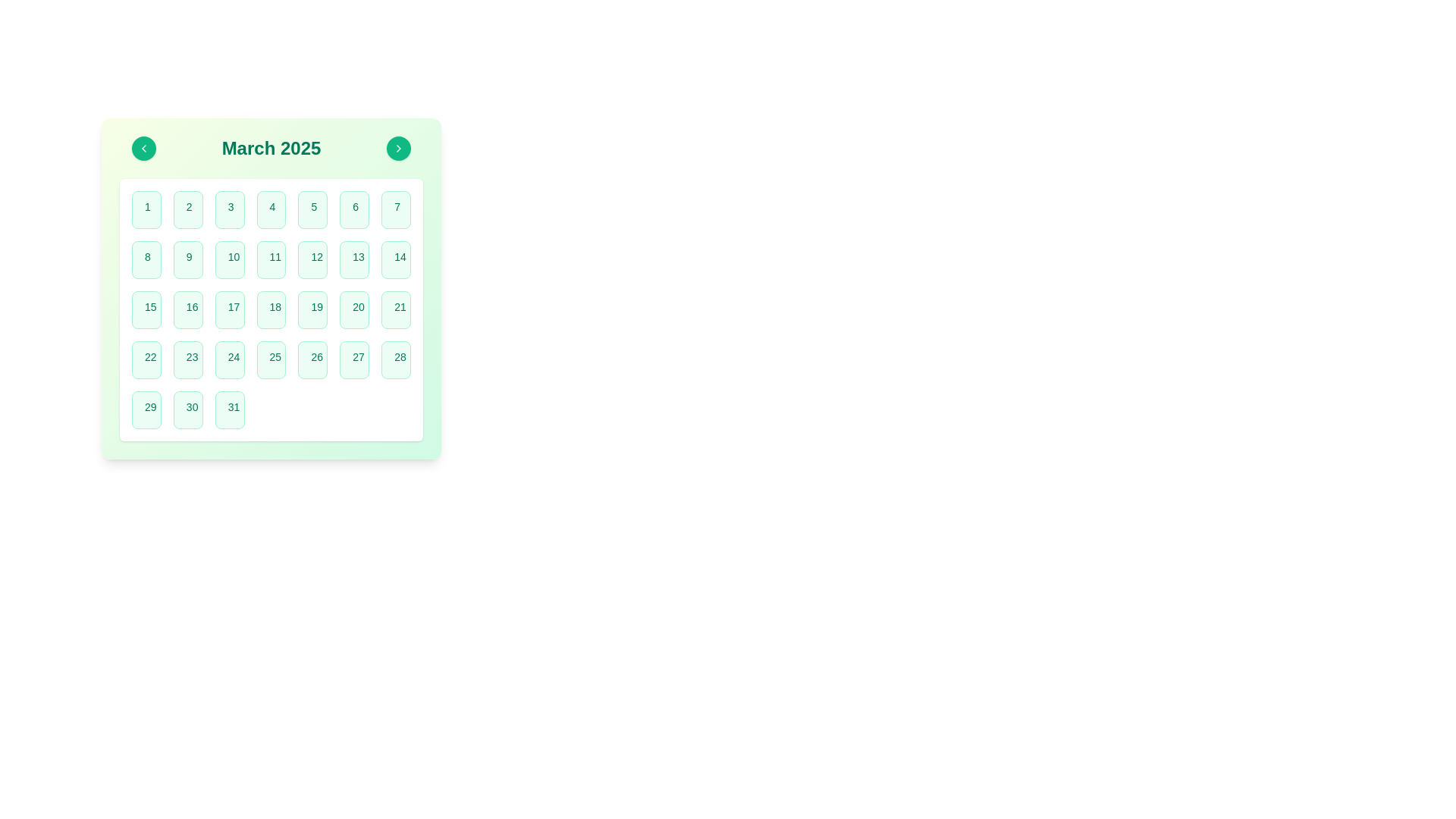  I want to click on text content of the 'March 2025' label located at the center of the calendar's header section, which is displayed in a large, bold font on a light green gradient background, so click(271, 149).